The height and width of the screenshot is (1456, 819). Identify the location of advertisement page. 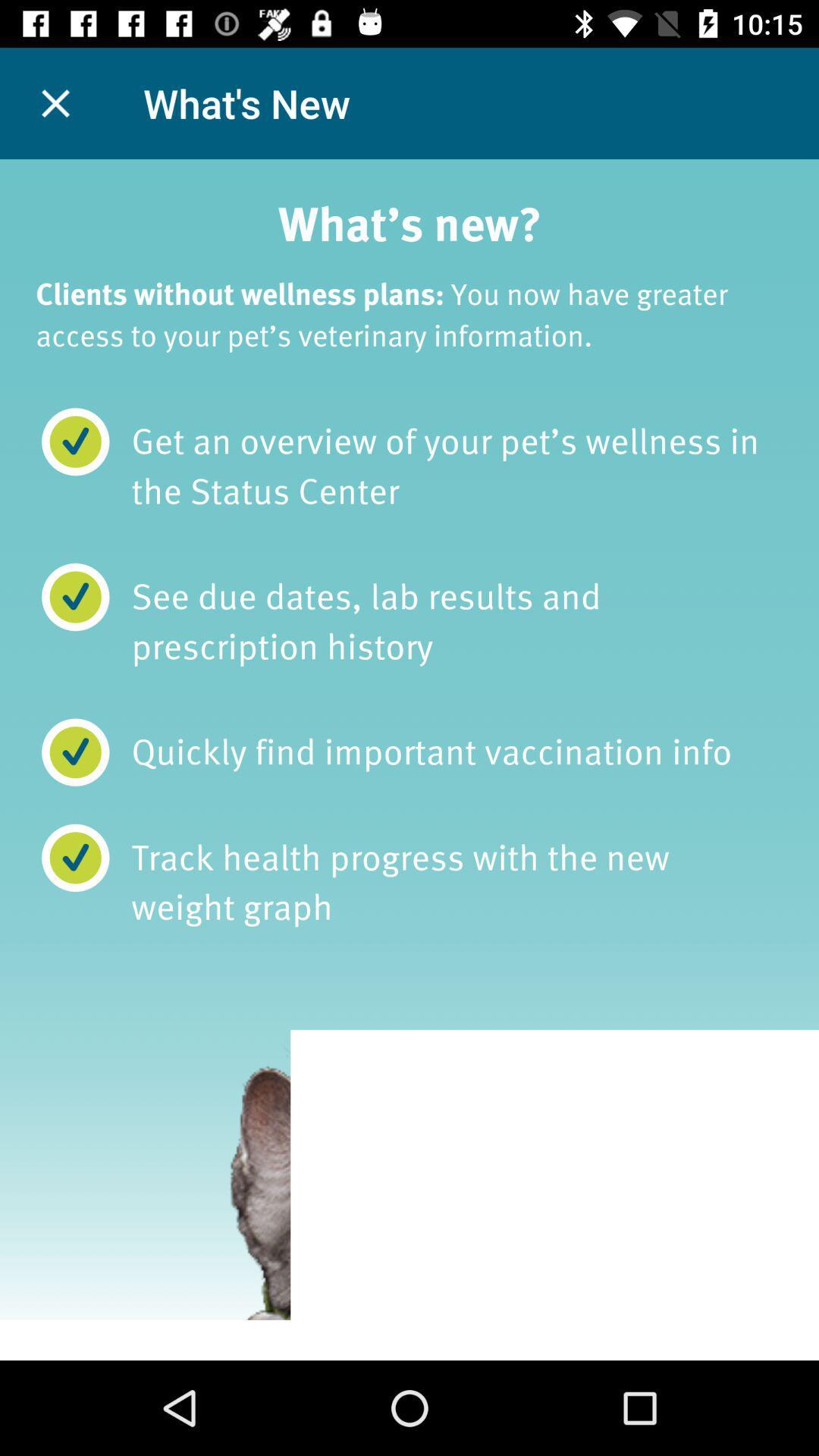
(409, 760).